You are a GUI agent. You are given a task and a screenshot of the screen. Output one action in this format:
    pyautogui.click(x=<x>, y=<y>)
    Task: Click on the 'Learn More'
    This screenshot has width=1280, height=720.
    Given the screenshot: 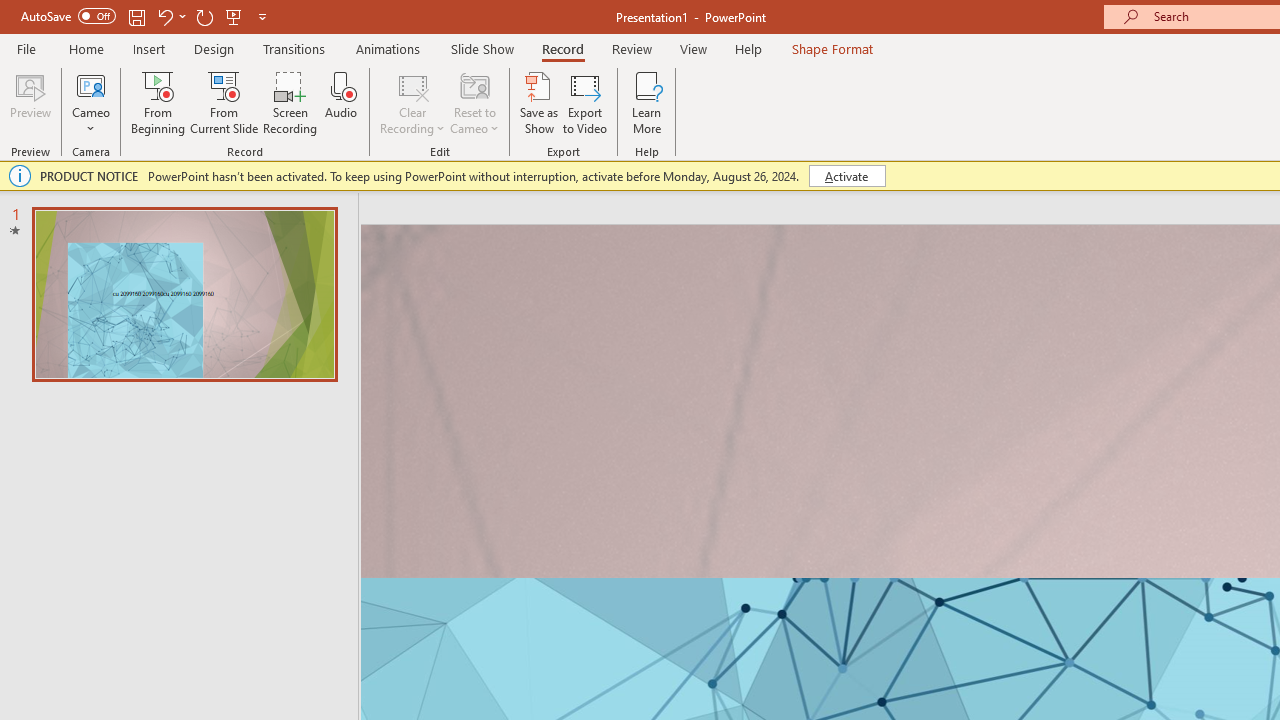 What is the action you would take?
    pyautogui.click(x=647, y=103)
    